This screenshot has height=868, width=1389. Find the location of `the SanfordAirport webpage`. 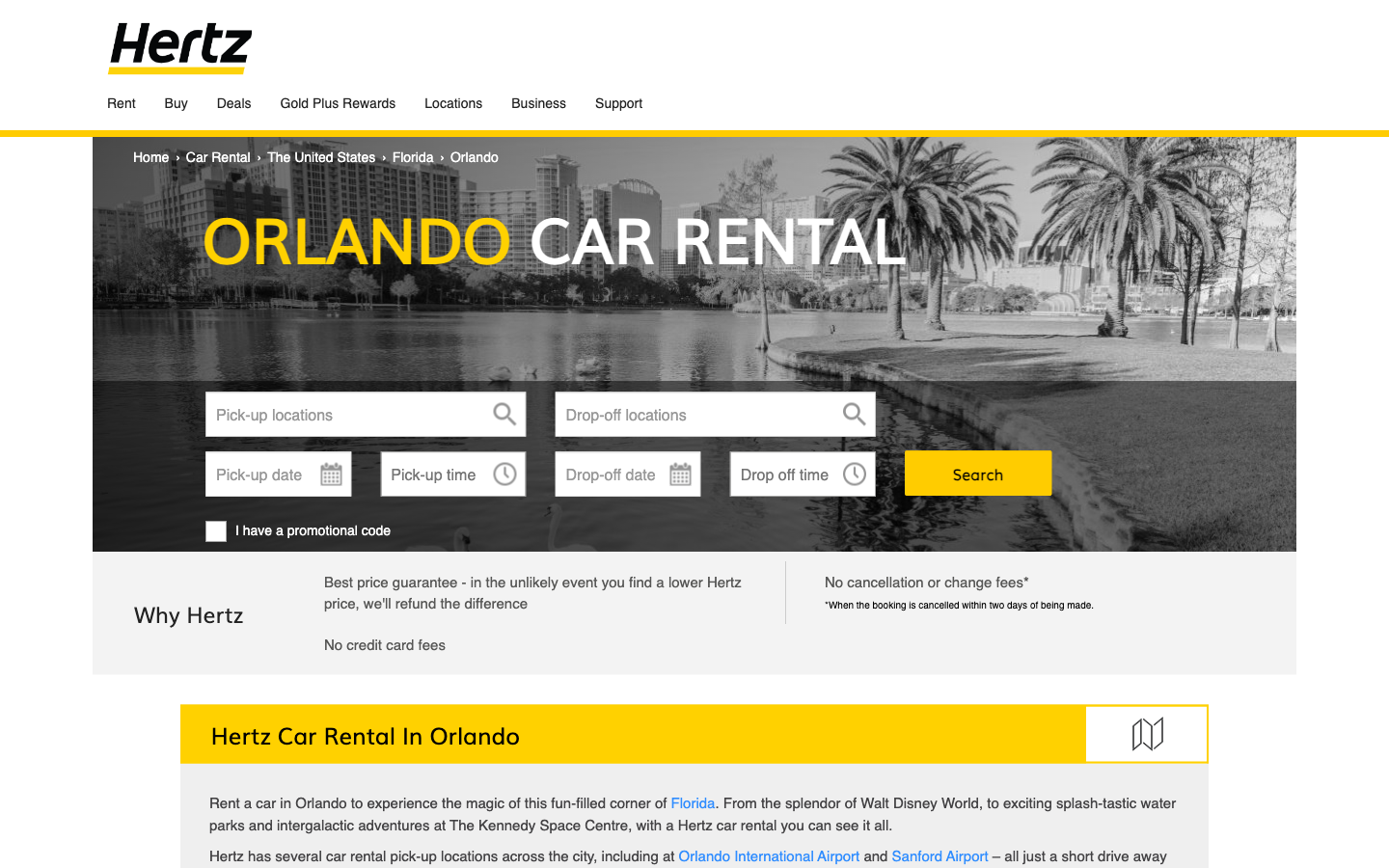

the SanfordAirport webpage is located at coordinates (940, 855).